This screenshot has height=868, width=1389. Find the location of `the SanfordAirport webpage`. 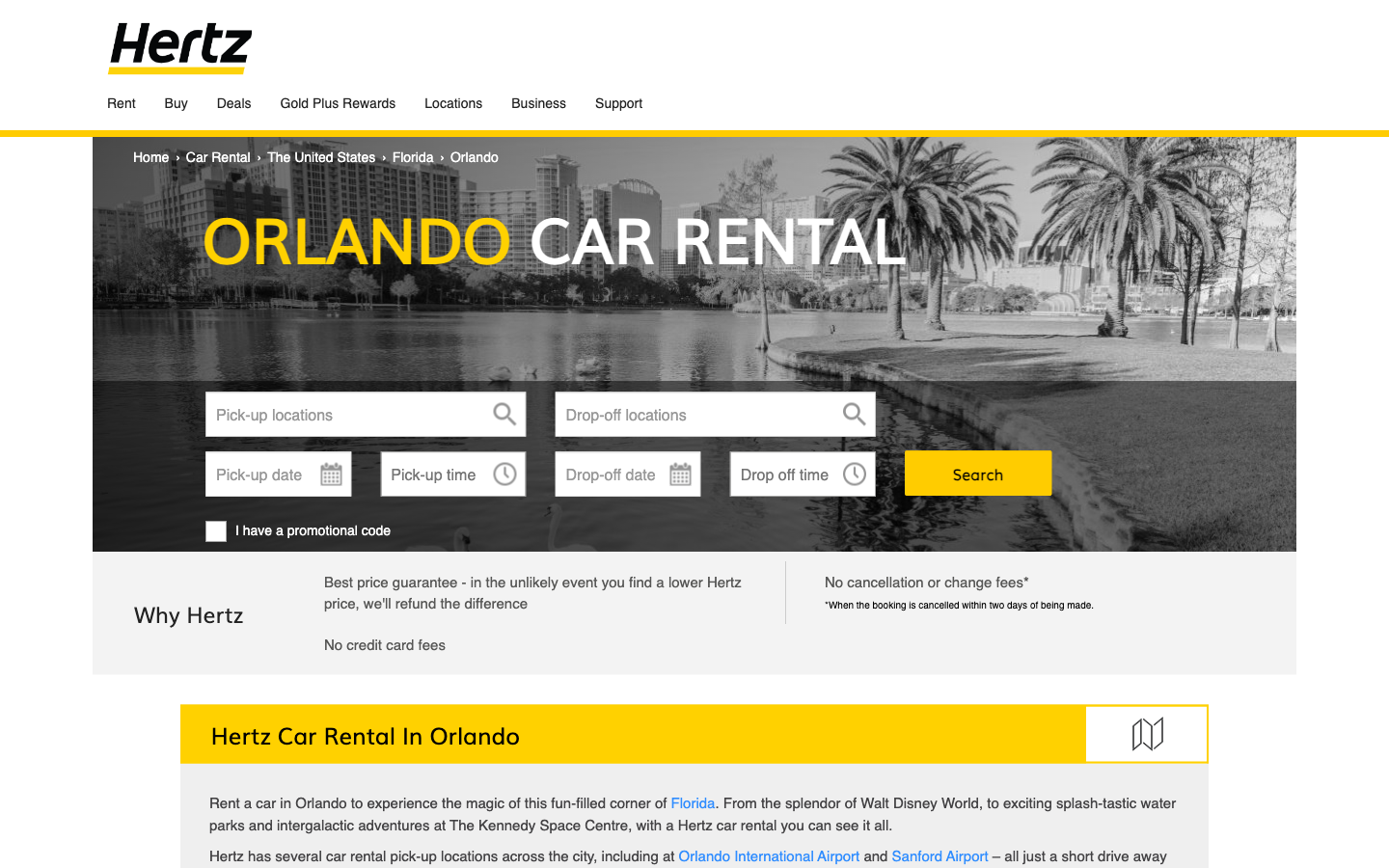

the SanfordAirport webpage is located at coordinates (940, 855).